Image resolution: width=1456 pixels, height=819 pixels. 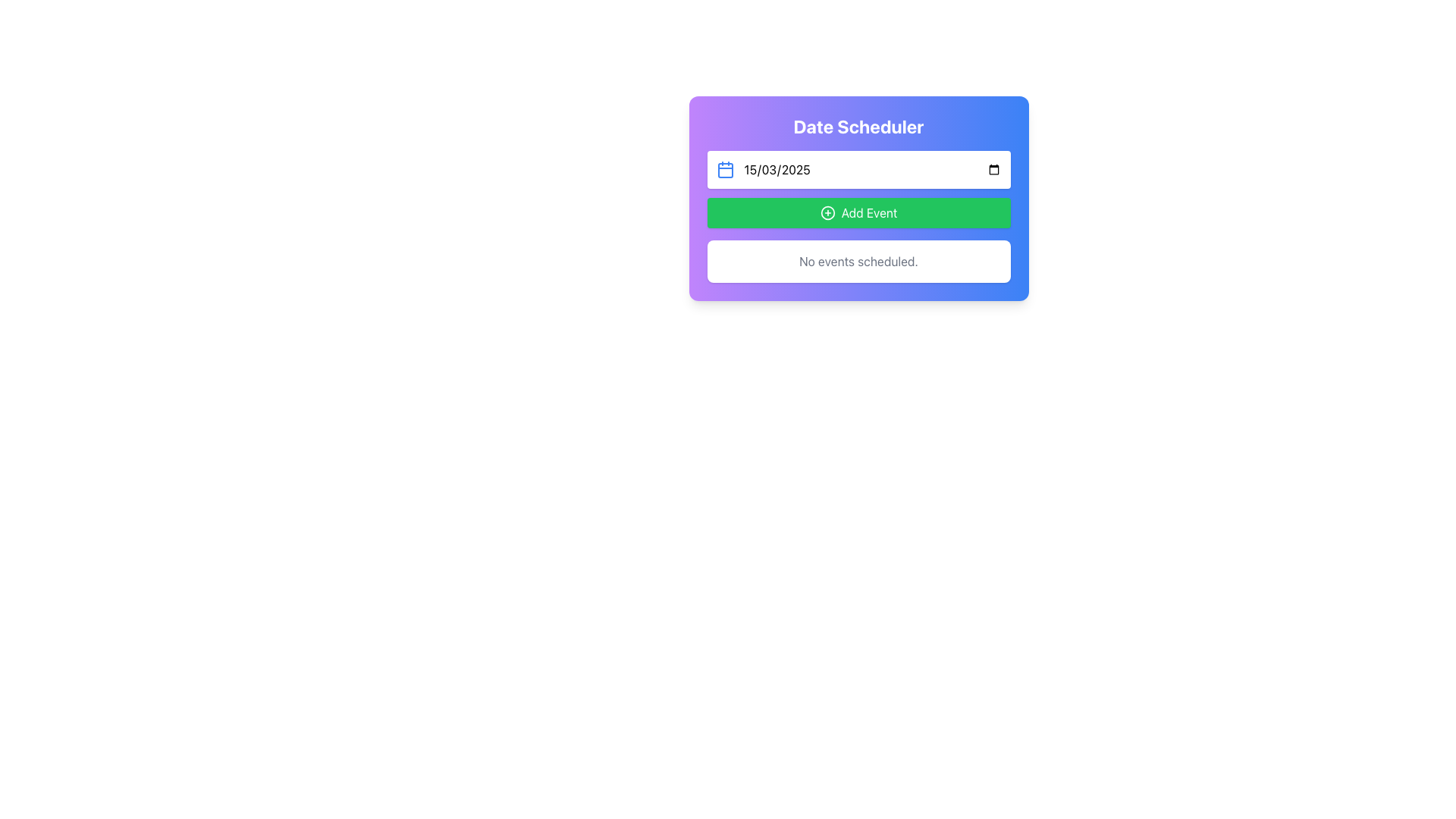 What do you see at coordinates (827, 213) in the screenshot?
I see `the circular outline icon located at the top center of the green 'Add Event' button` at bounding box center [827, 213].